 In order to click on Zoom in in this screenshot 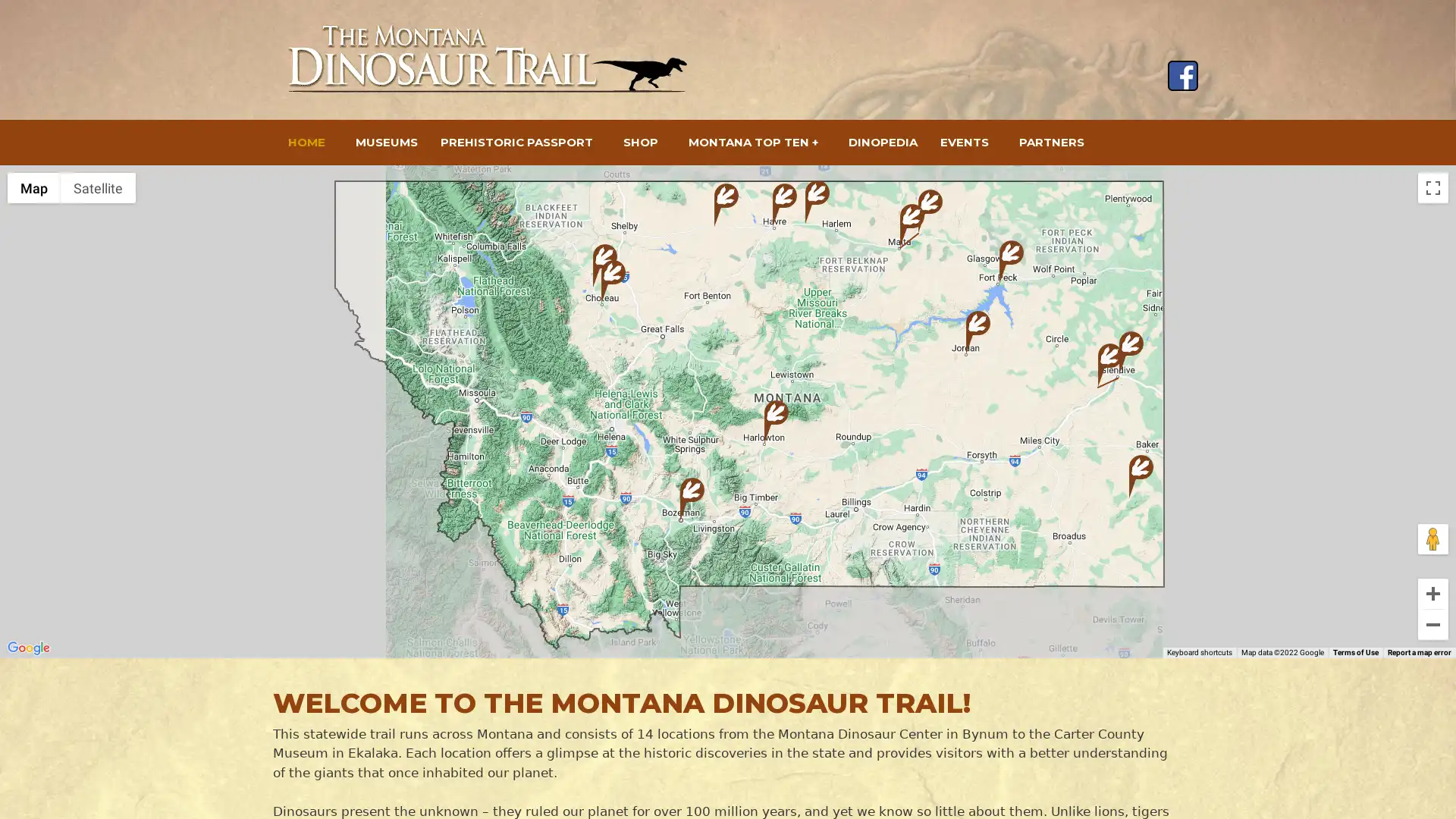, I will do `click(1432, 593)`.